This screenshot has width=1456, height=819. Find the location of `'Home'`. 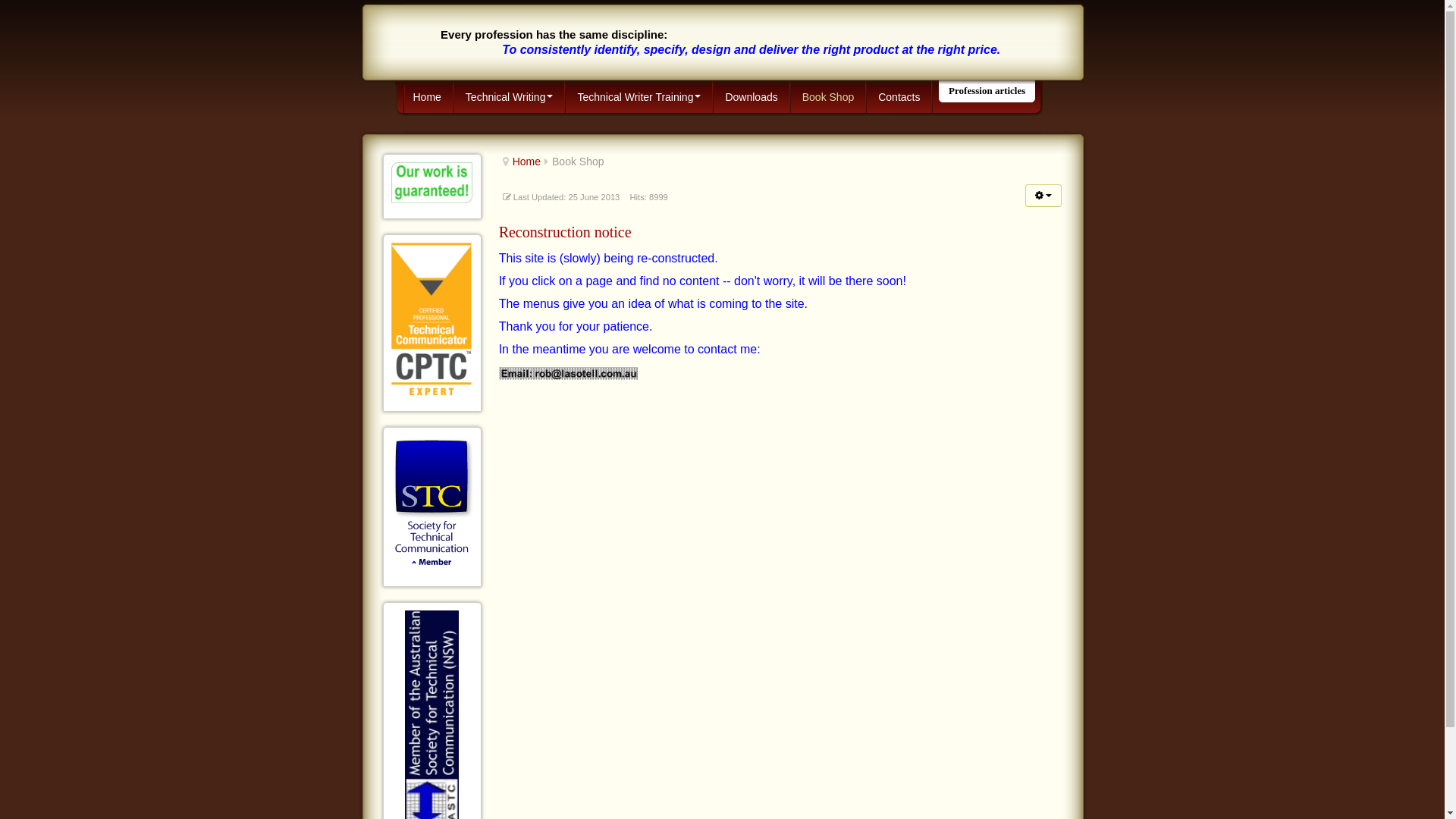

'Home' is located at coordinates (526, 161).